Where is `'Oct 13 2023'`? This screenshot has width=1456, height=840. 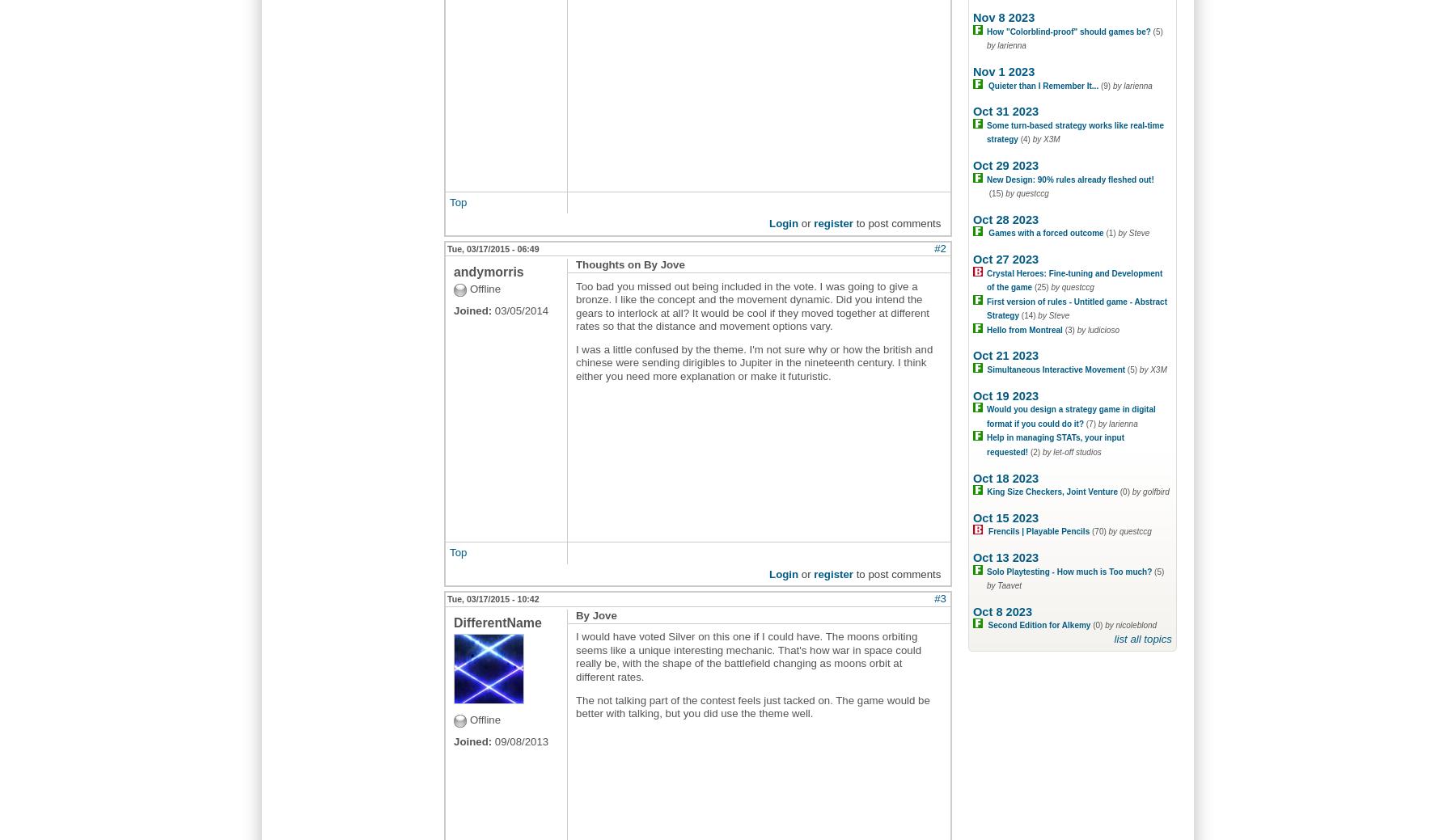
'Oct 13 2023' is located at coordinates (1005, 557).